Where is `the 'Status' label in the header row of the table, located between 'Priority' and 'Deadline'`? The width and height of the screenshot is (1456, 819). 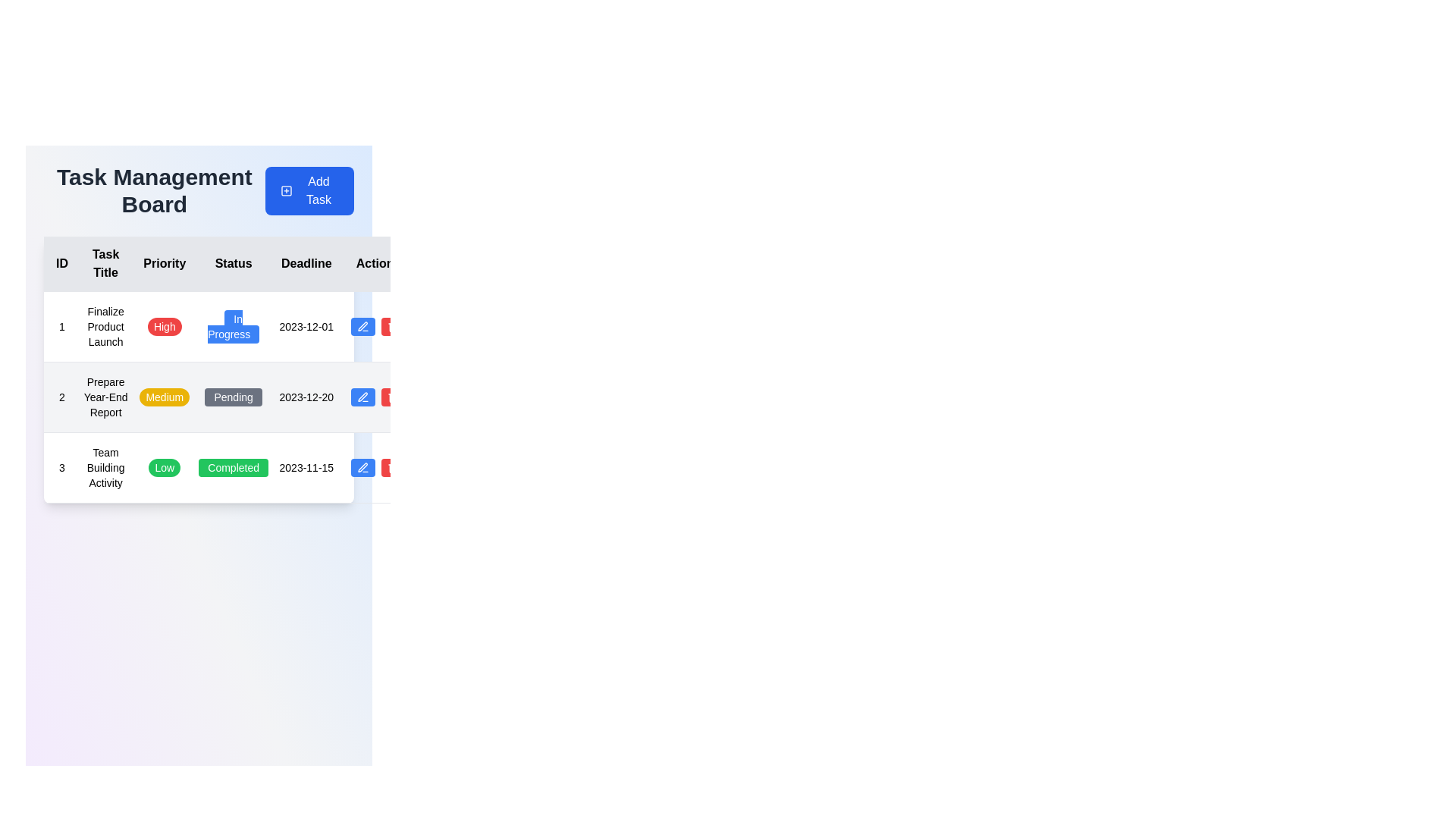 the 'Status' label in the header row of the table, located between 'Priority' and 'Deadline' is located at coordinates (233, 263).